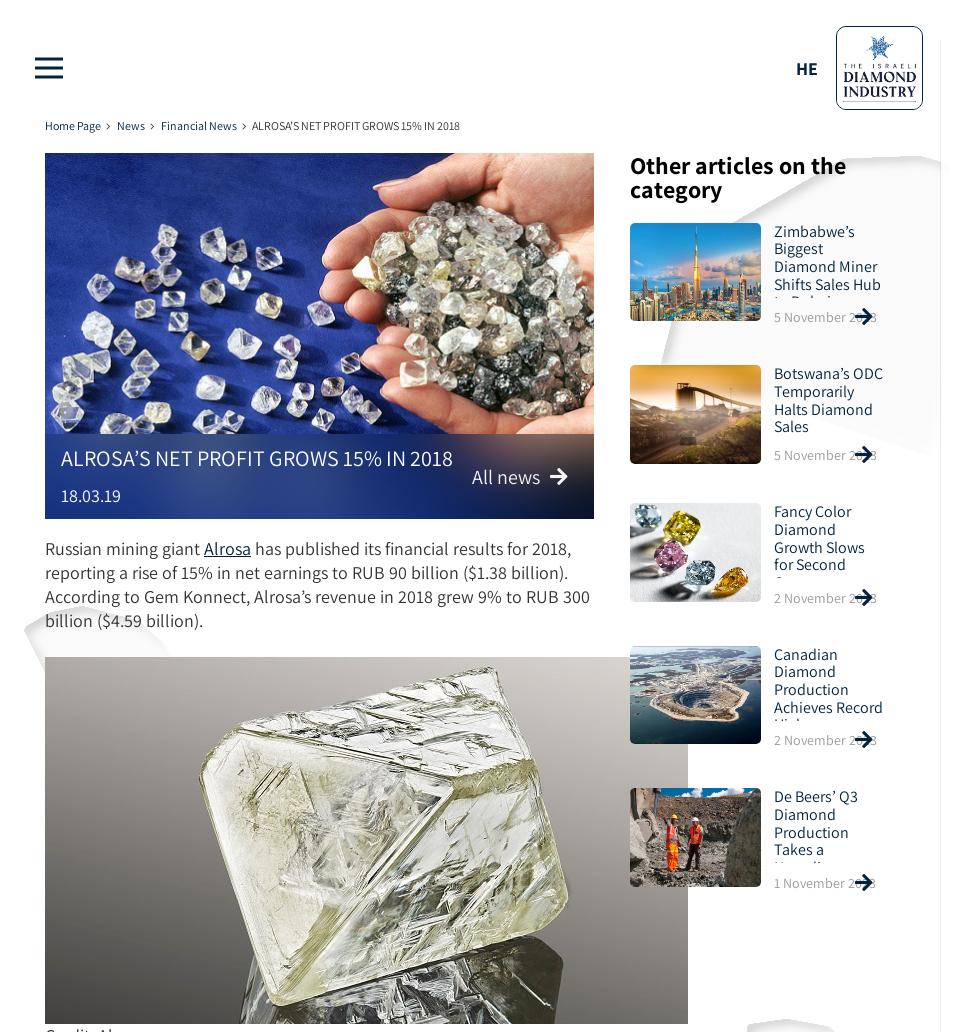 The width and height of the screenshot is (953, 1032). I want to click on 'News', so click(128, 125).